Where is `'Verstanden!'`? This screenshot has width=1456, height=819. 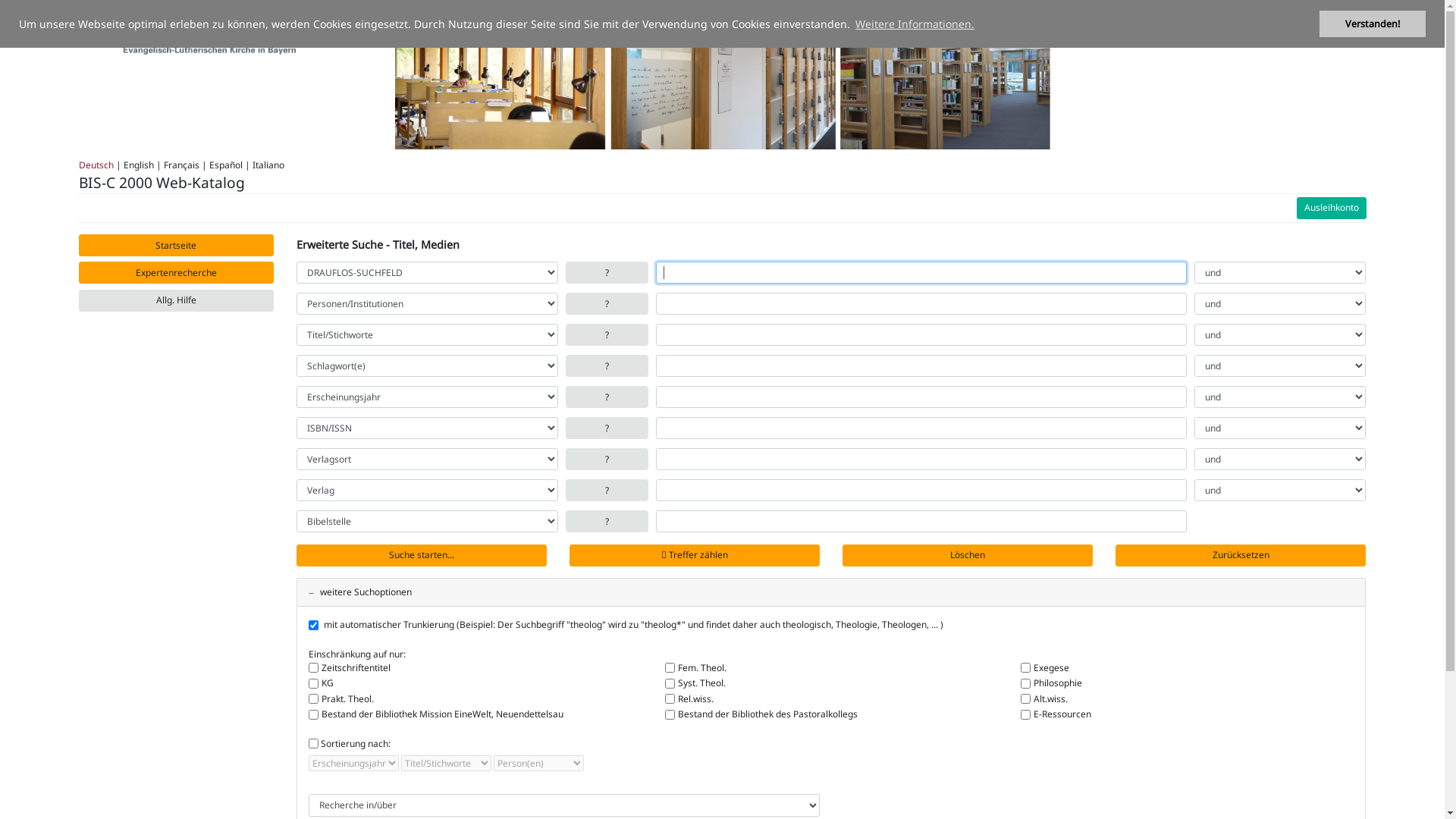
'Verstanden!' is located at coordinates (1372, 24).